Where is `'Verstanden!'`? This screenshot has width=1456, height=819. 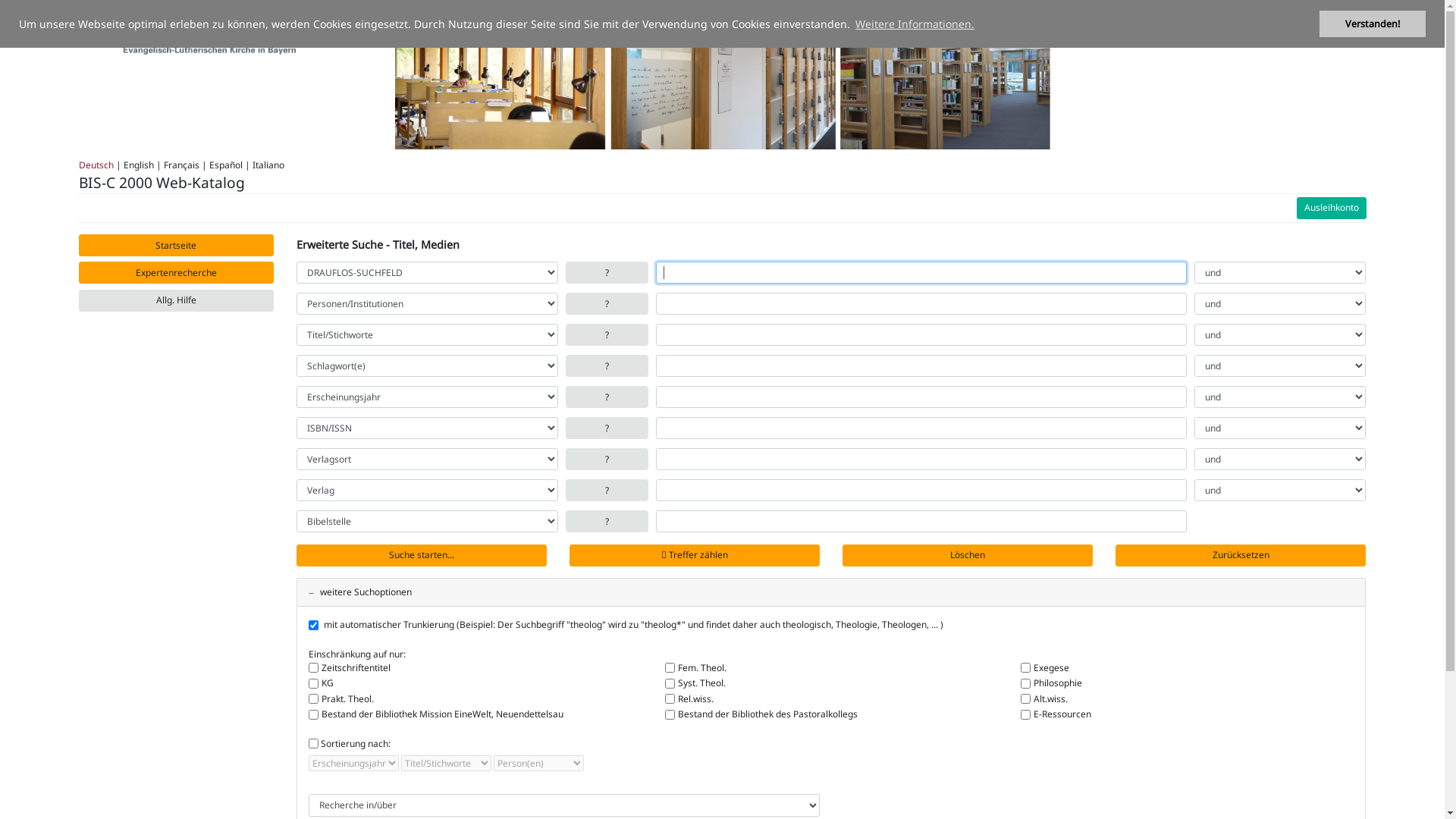
'Verstanden!' is located at coordinates (1372, 24).